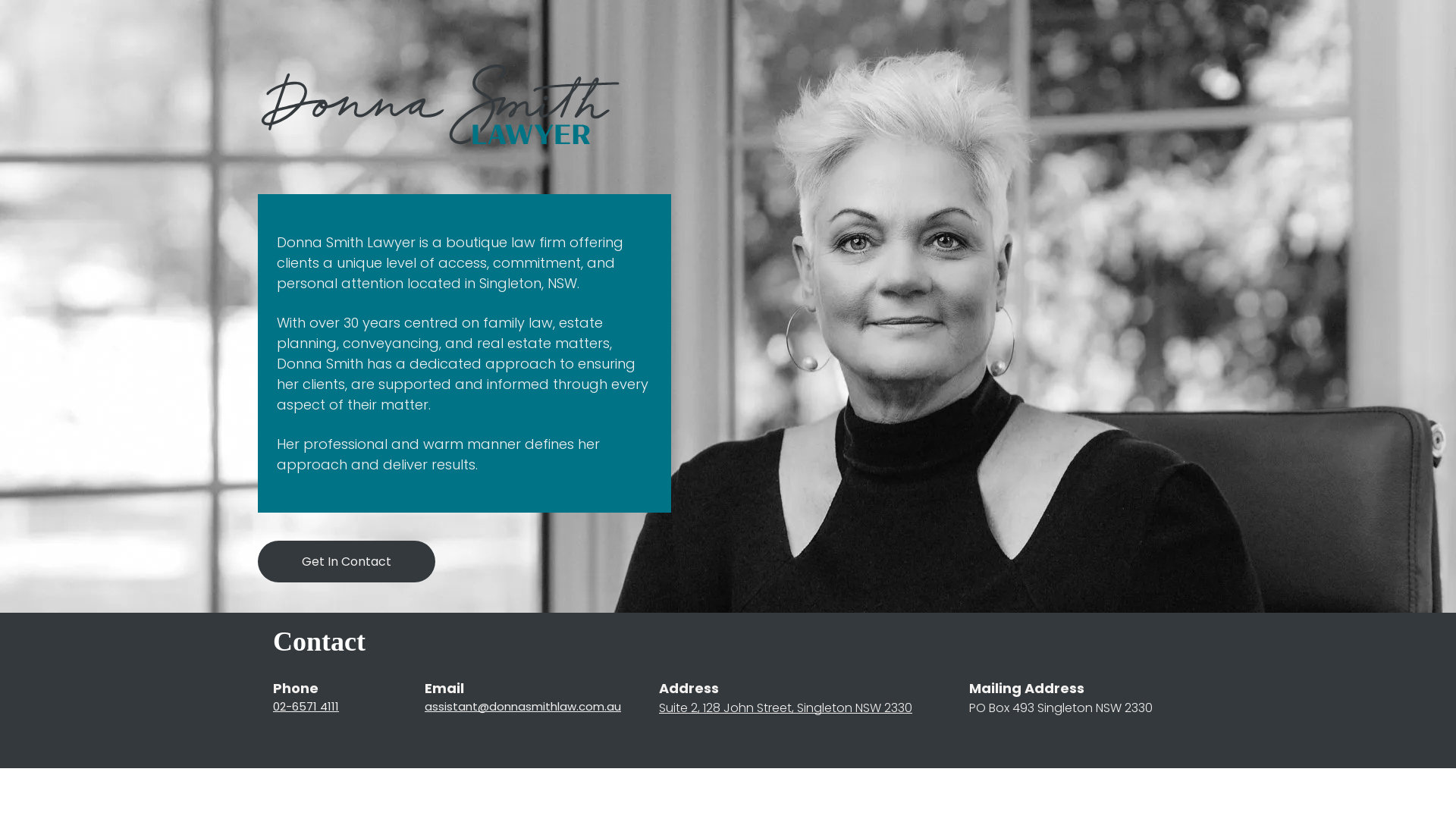 The width and height of the screenshot is (1456, 819). I want to click on 'Suite 2, 128 John Street, Singleton NSW 2330', so click(786, 708).